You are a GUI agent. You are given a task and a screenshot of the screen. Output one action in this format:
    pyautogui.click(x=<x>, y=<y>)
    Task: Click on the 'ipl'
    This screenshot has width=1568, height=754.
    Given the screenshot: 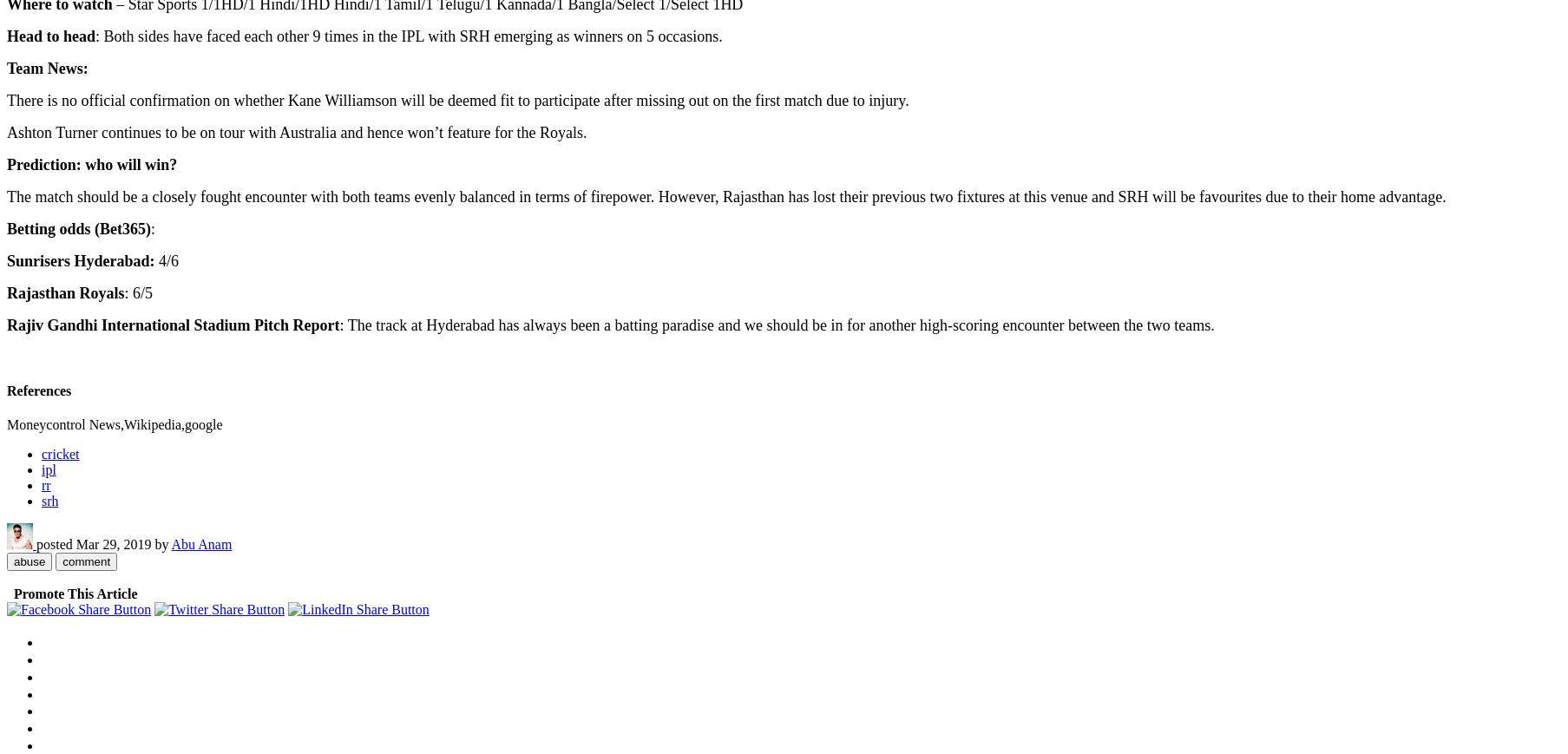 What is the action you would take?
    pyautogui.click(x=42, y=469)
    